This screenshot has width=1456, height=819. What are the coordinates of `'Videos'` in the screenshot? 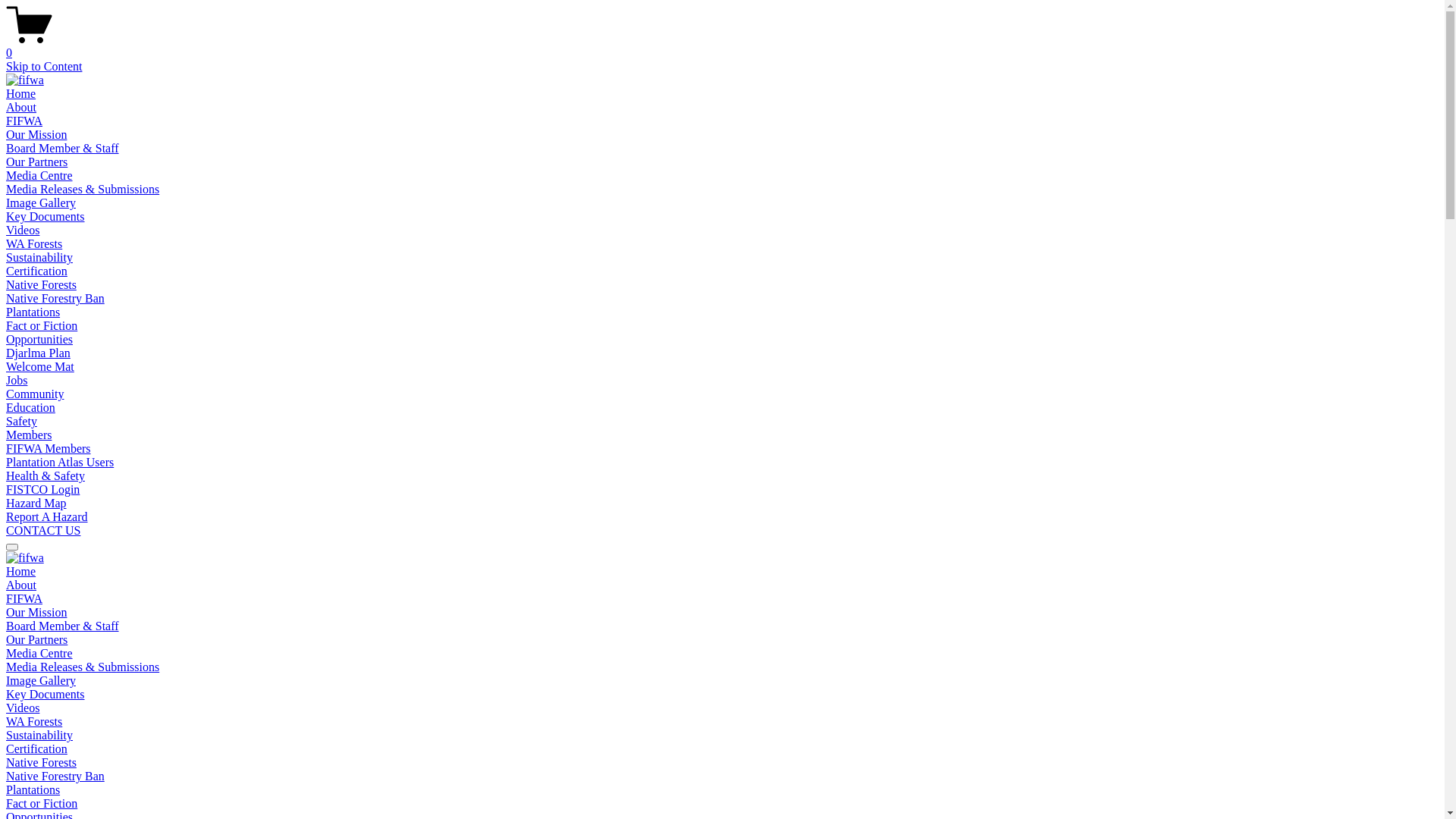 It's located at (6, 708).